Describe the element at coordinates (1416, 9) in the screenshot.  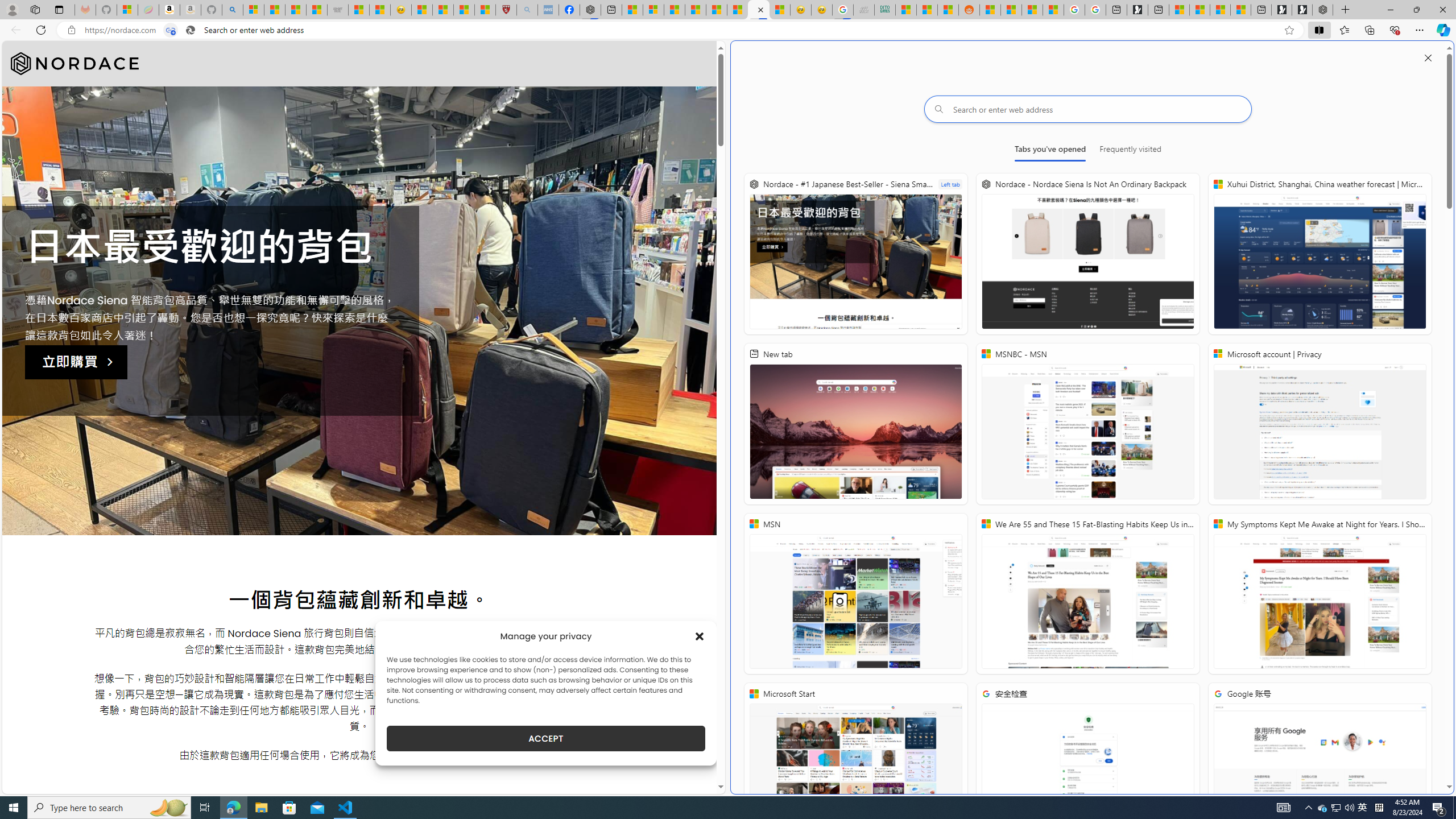
I see `'Restore'` at that location.